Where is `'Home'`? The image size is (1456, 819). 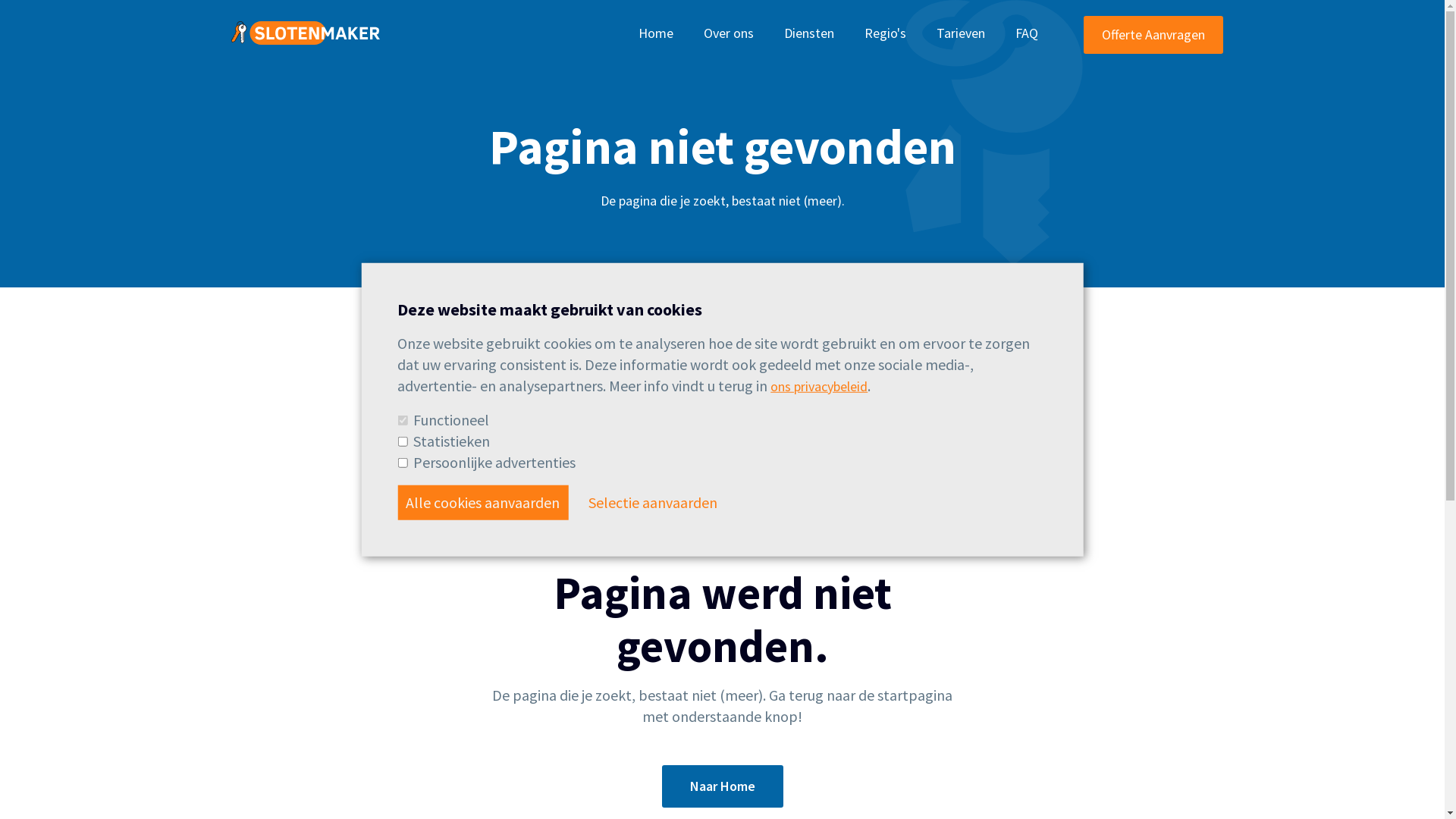 'Home' is located at coordinates (623, 33).